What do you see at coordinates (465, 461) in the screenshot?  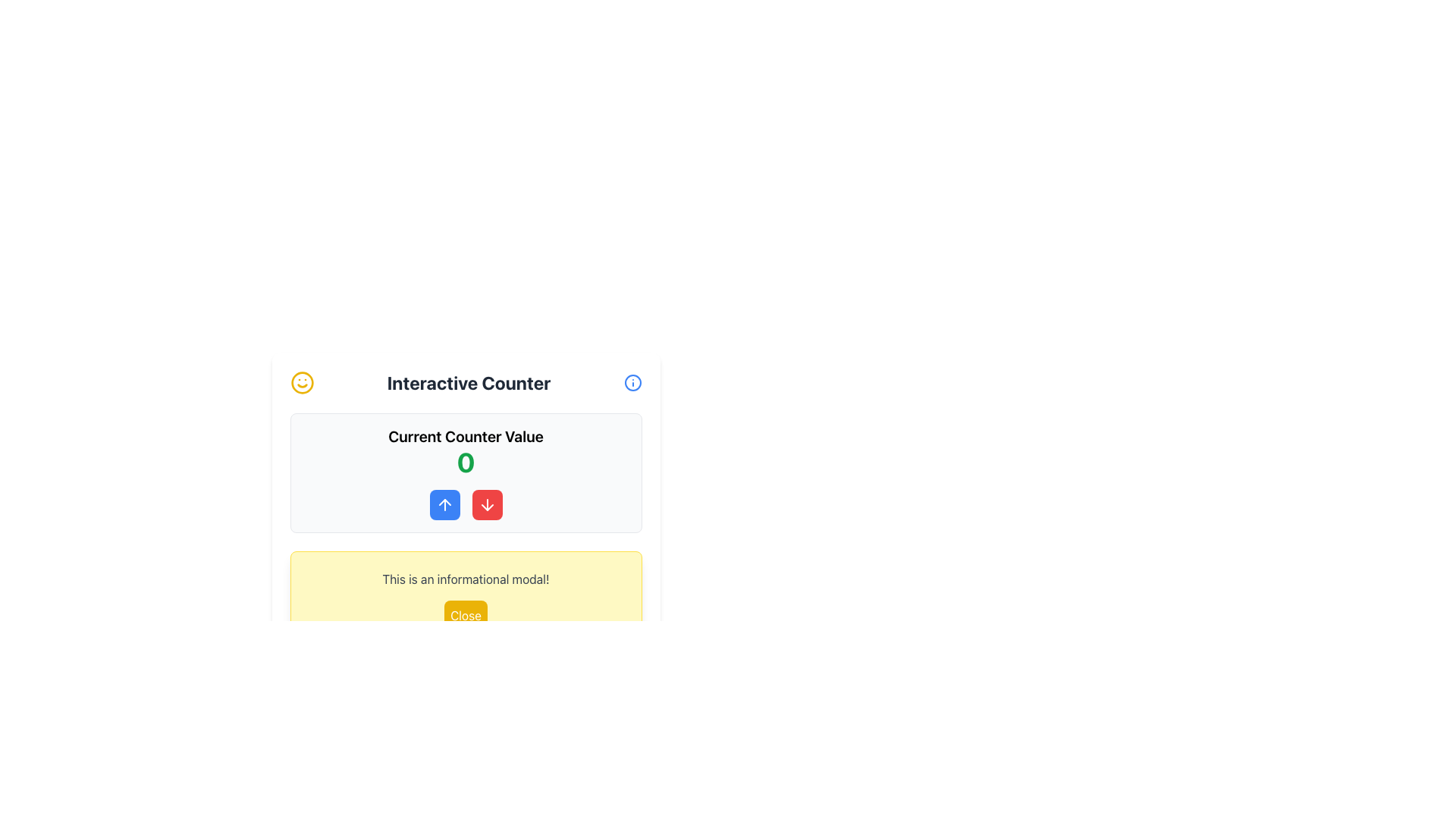 I see `the text label displaying the current counter value, which is located beneath the label 'Current Counter Value' and between a blue and a red button in the 'Interactive Counter' section` at bounding box center [465, 461].